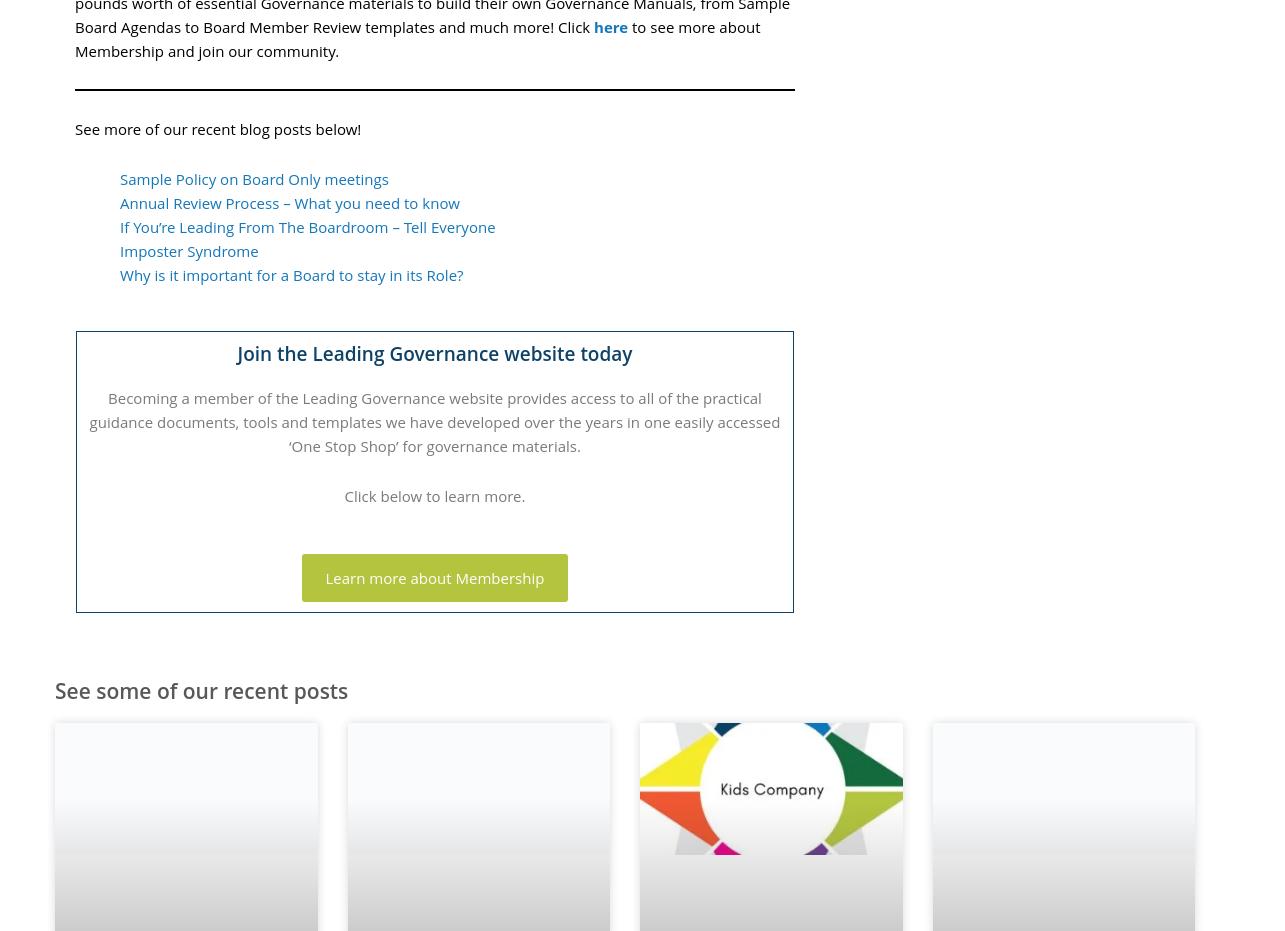 The height and width of the screenshot is (931, 1285). What do you see at coordinates (306, 226) in the screenshot?
I see `'If You’re Leading From The Boardroom – Tell Everyone'` at bounding box center [306, 226].